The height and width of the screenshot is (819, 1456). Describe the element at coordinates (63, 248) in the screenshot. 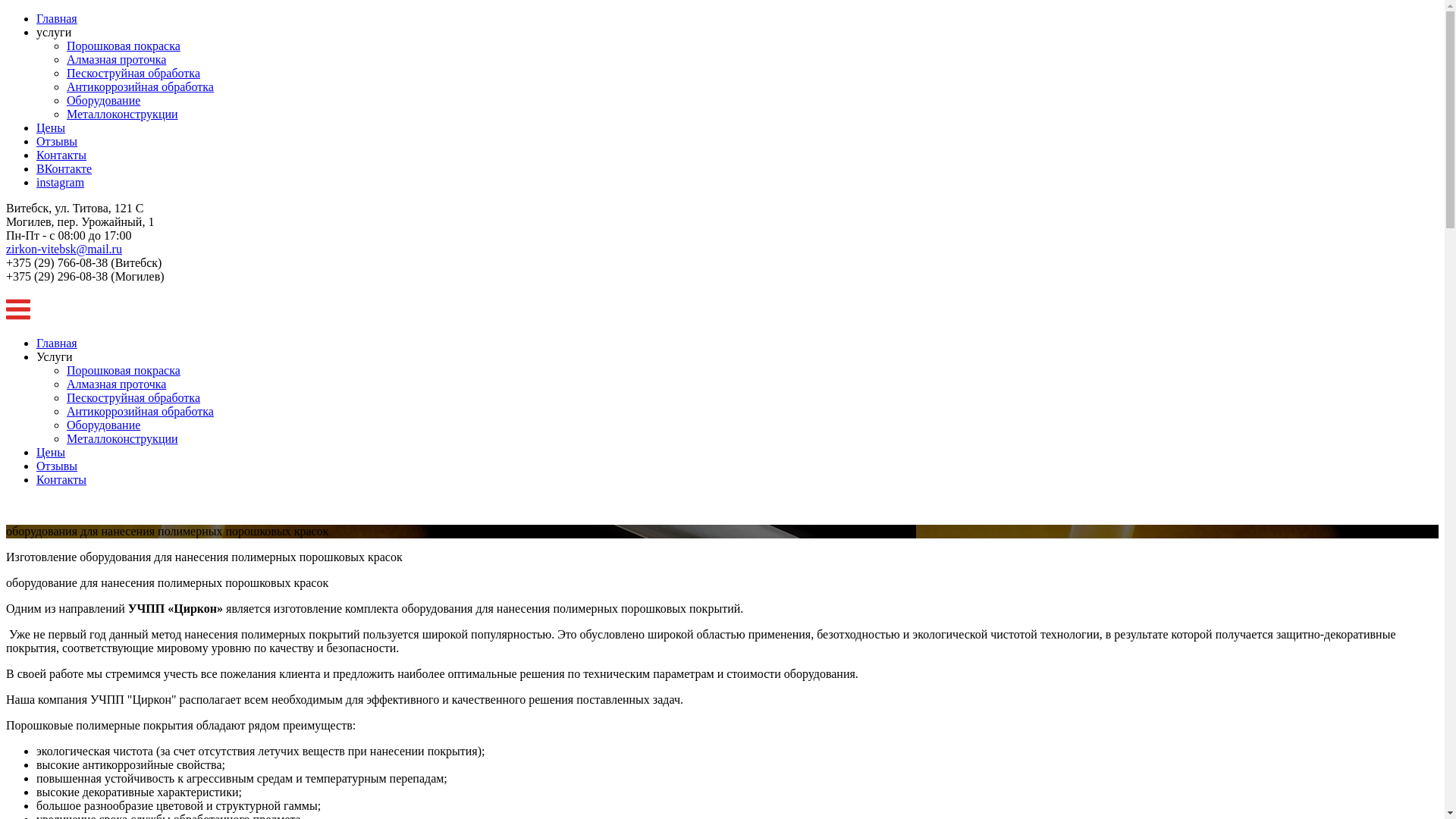

I see `'zirkon-vitebsk@mail.ru'` at that location.